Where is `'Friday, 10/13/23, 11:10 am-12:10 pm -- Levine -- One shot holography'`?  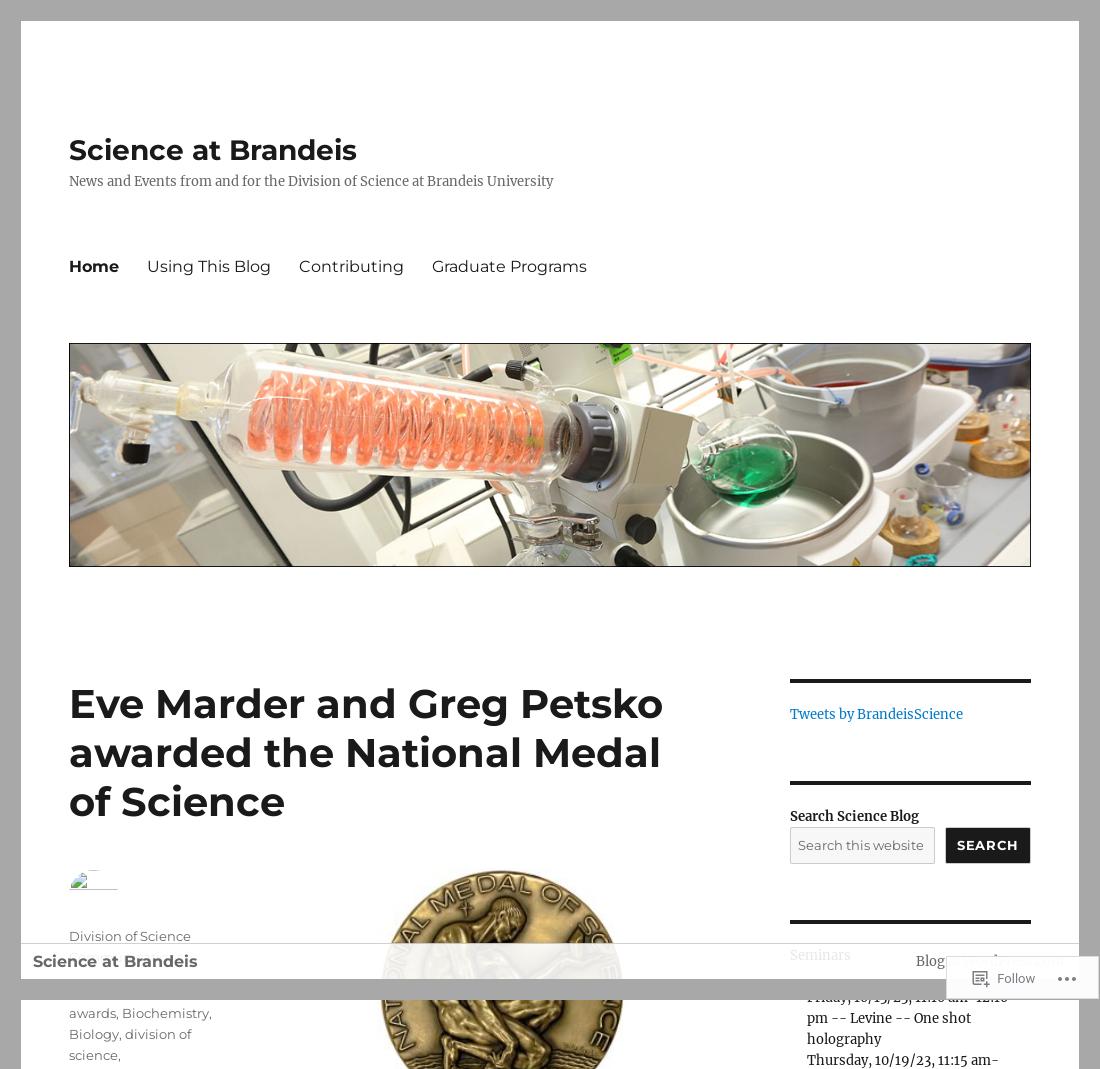
'Friday, 10/13/23, 11:10 am-12:10 pm -- Levine -- One shot holography' is located at coordinates (805, 1018).